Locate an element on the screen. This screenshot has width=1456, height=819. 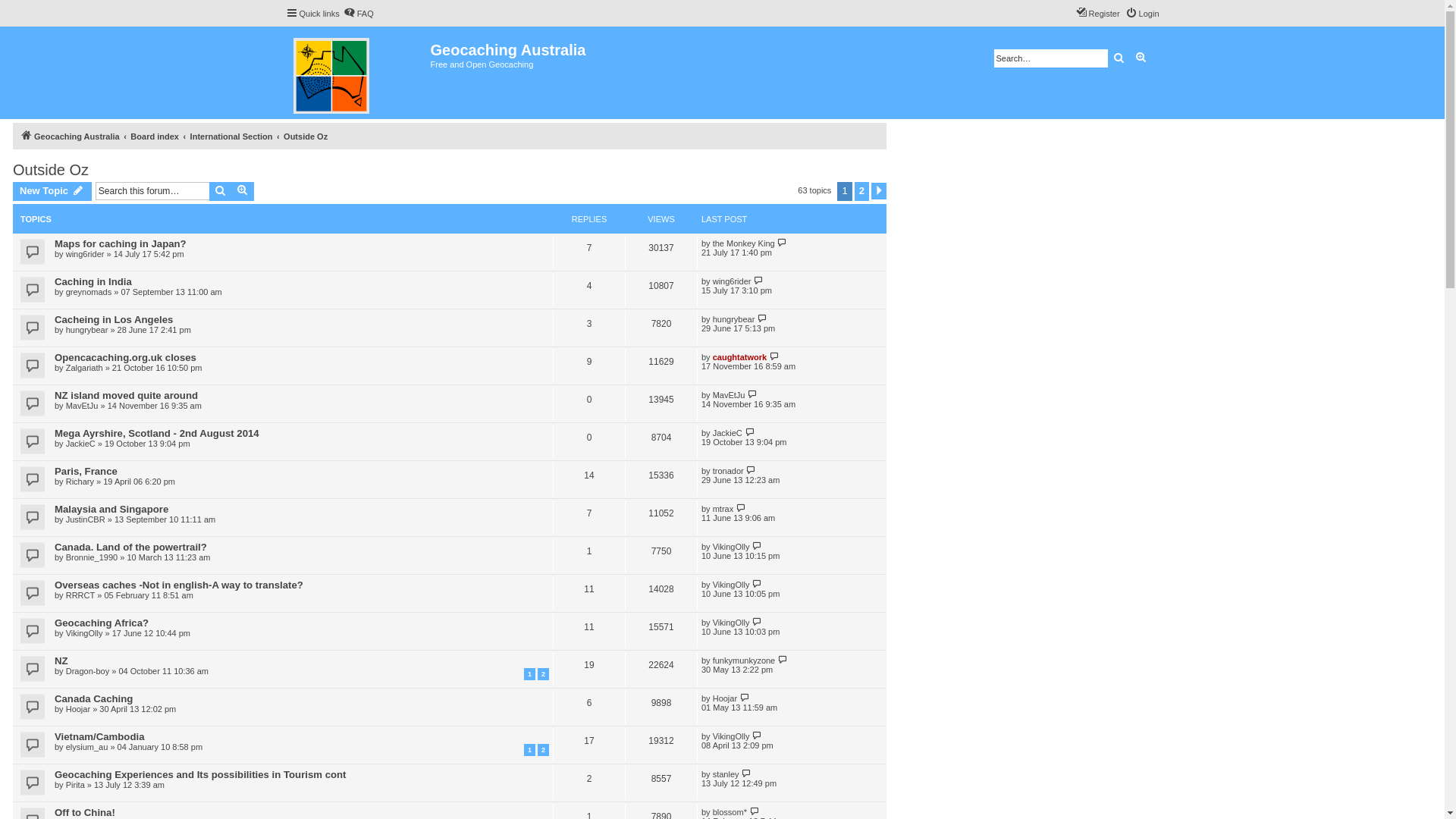
'elysium_au' is located at coordinates (86, 745).